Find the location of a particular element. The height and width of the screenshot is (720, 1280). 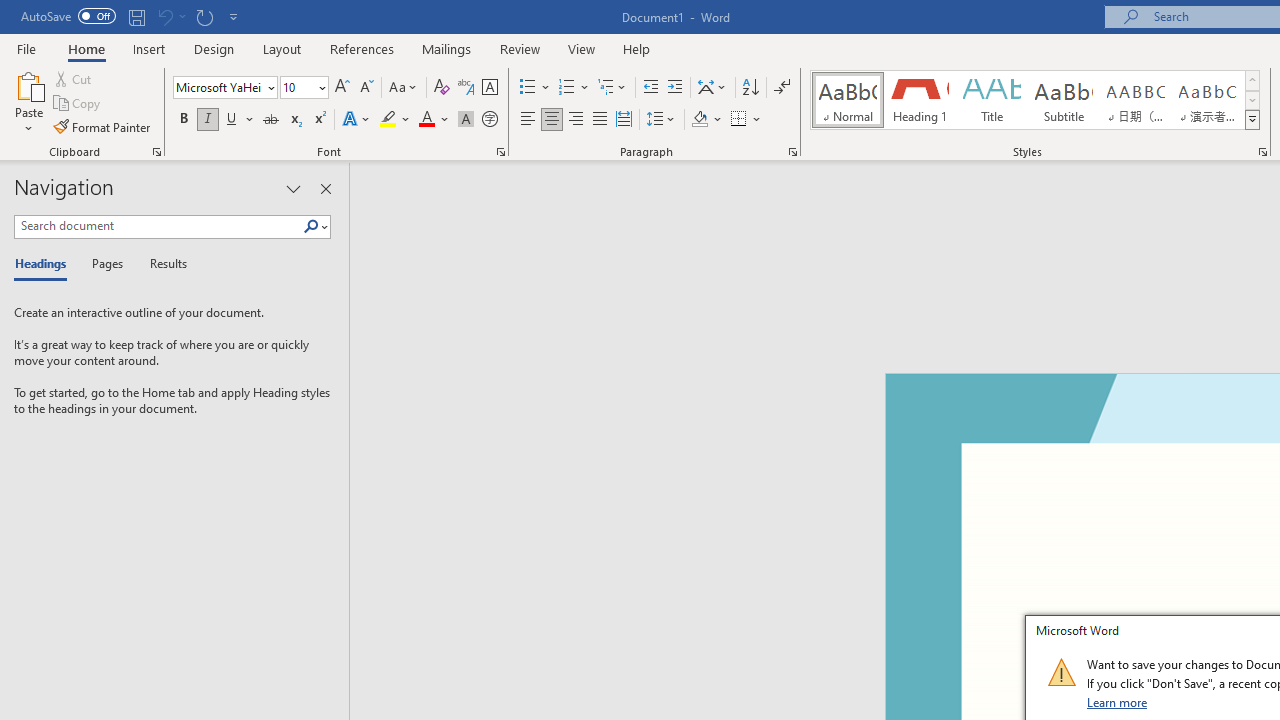

'Change Case' is located at coordinates (403, 86).